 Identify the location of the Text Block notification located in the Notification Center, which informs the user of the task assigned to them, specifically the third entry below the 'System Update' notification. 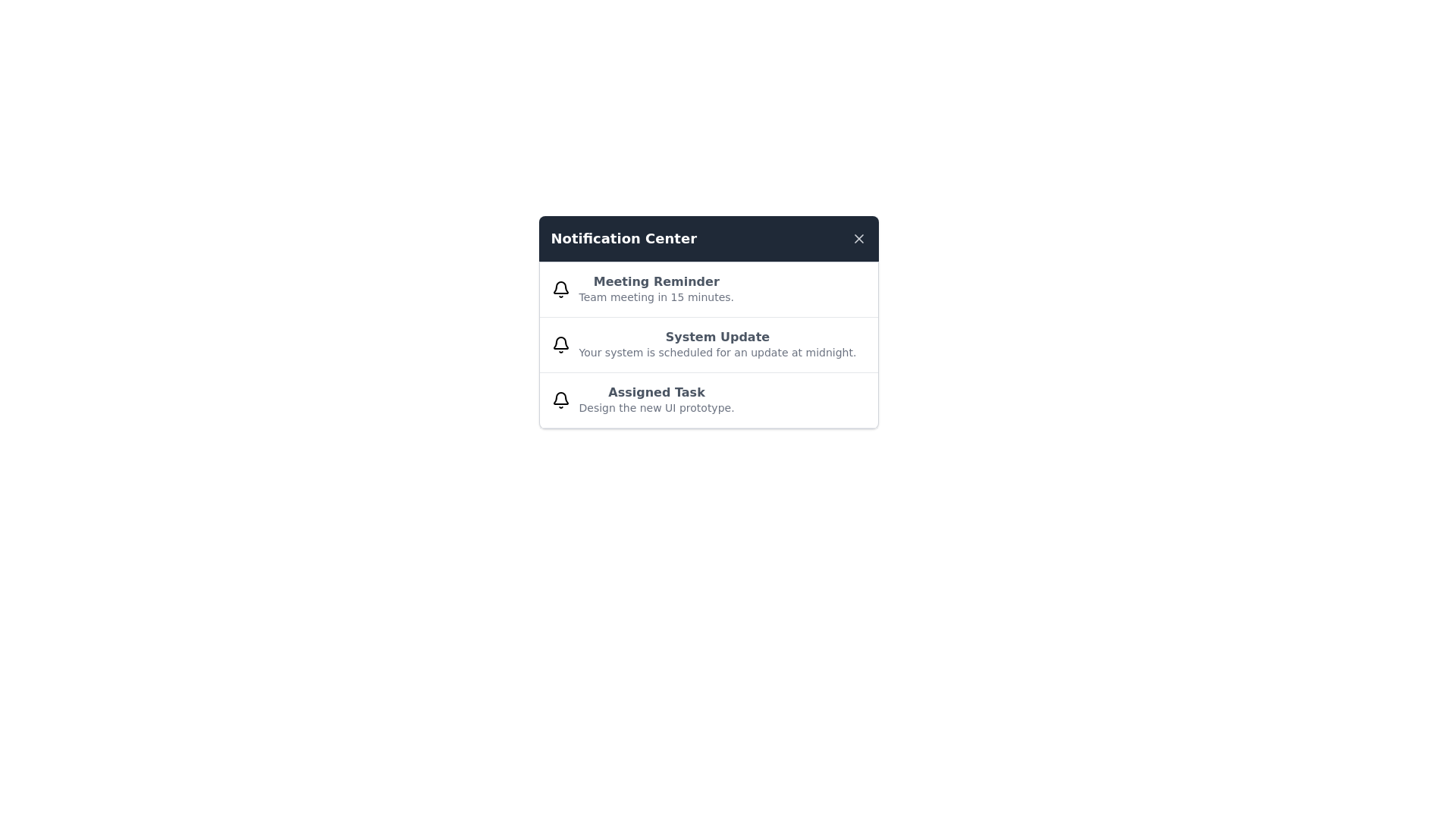
(656, 400).